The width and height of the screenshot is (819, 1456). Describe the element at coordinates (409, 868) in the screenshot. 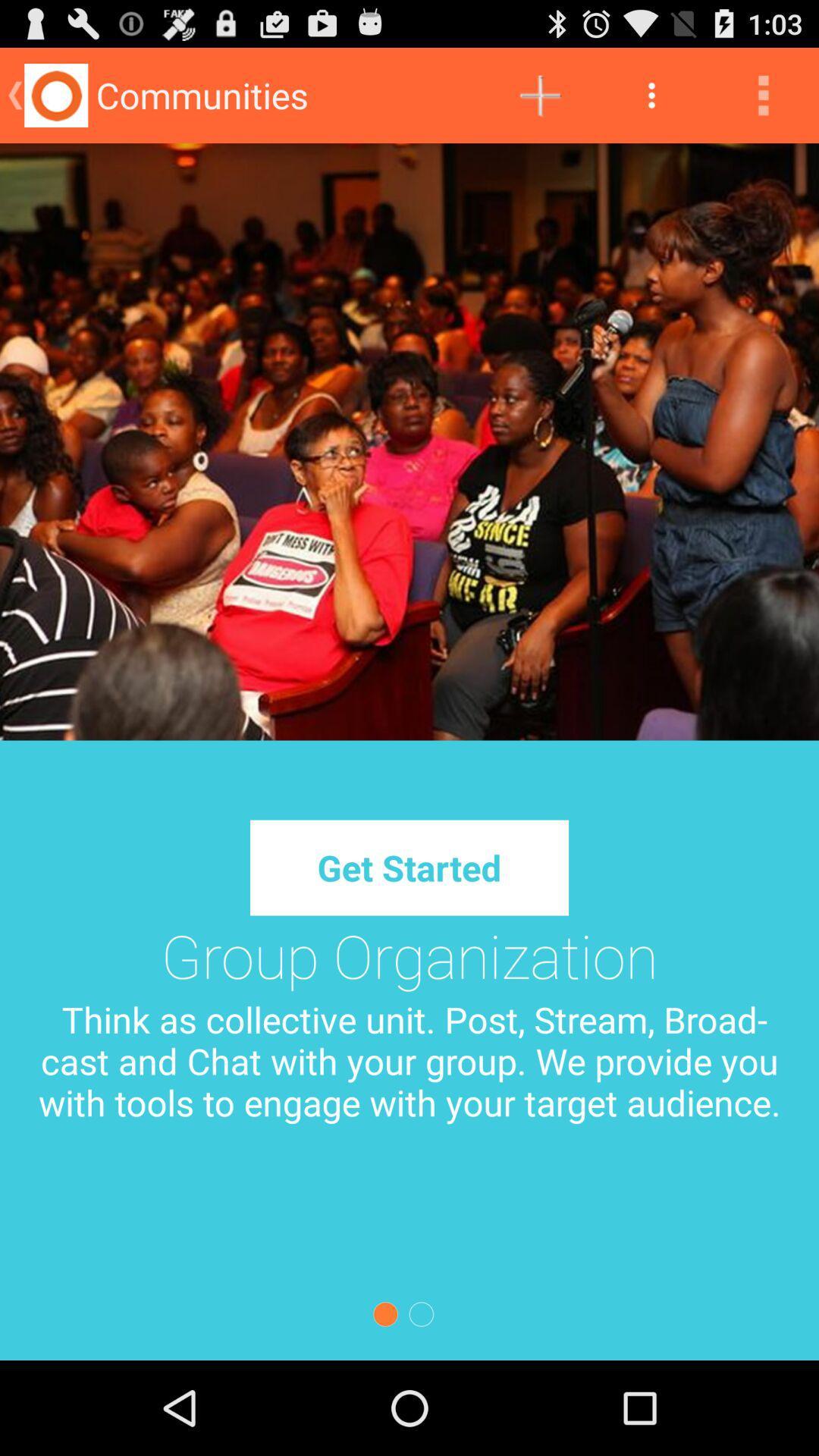

I see `item above the group organization` at that location.